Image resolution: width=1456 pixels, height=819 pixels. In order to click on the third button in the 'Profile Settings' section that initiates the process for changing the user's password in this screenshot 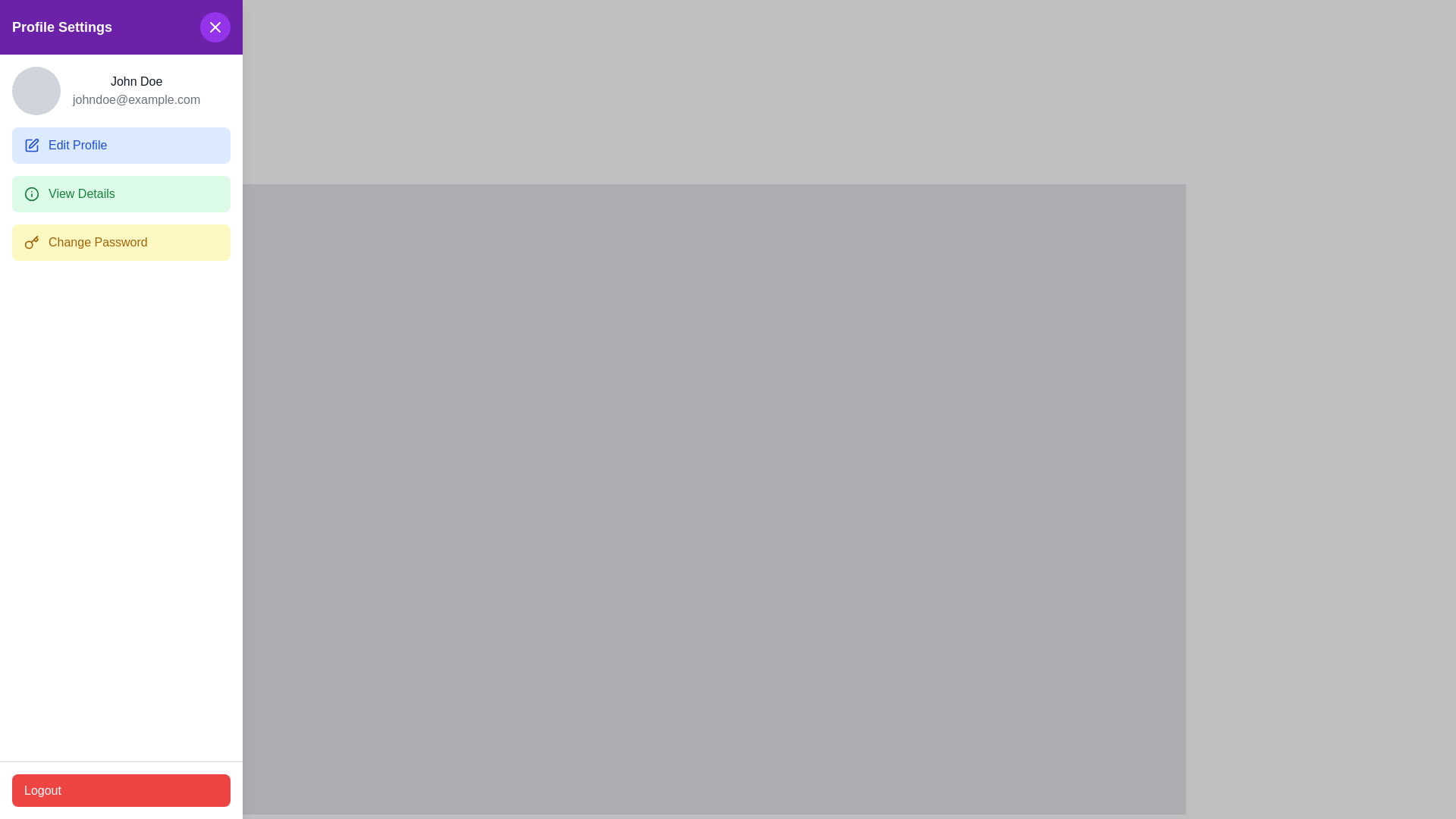, I will do `click(120, 242)`.